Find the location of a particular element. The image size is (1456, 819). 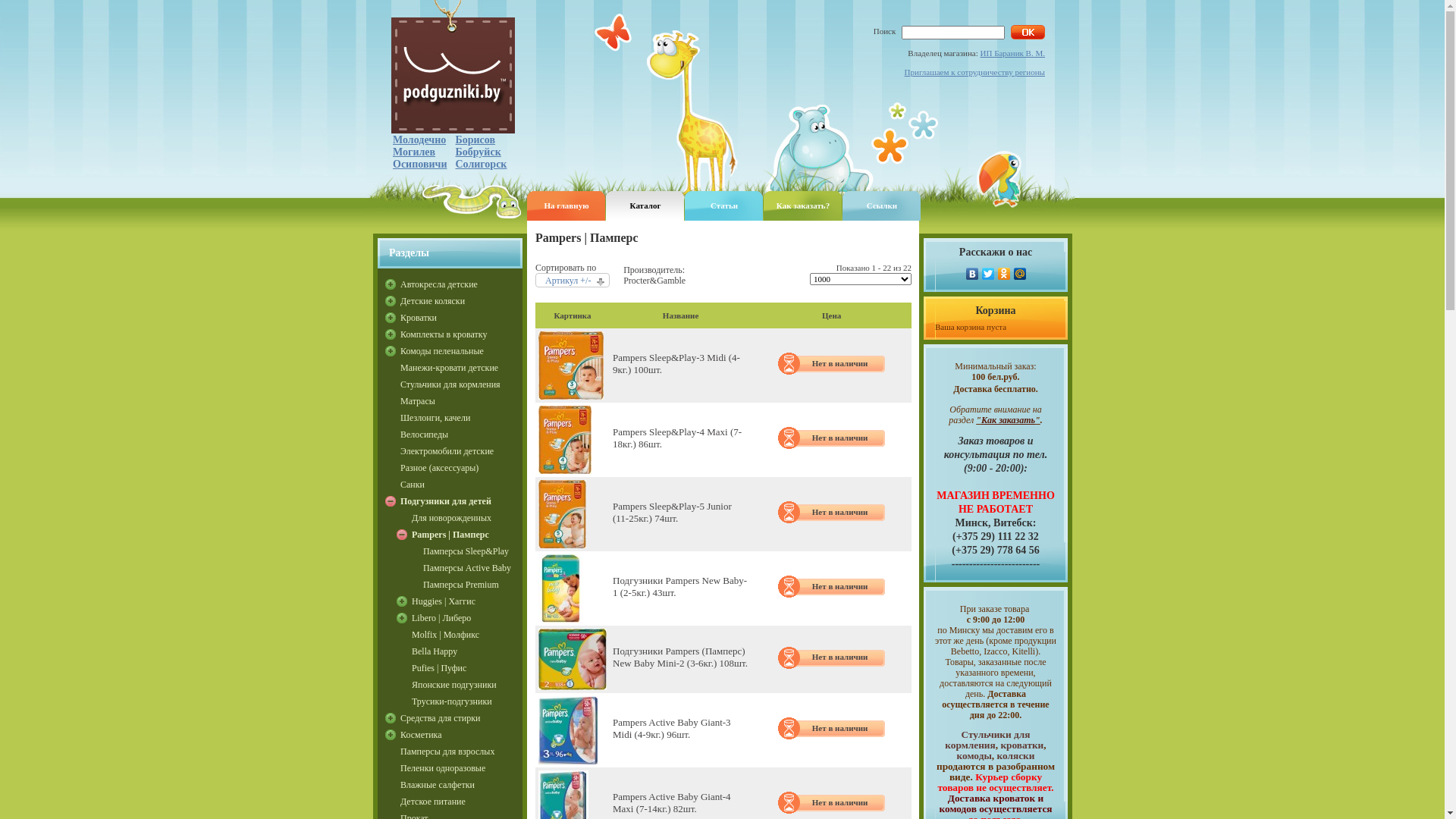

'Bella Happy' is located at coordinates (466, 651).